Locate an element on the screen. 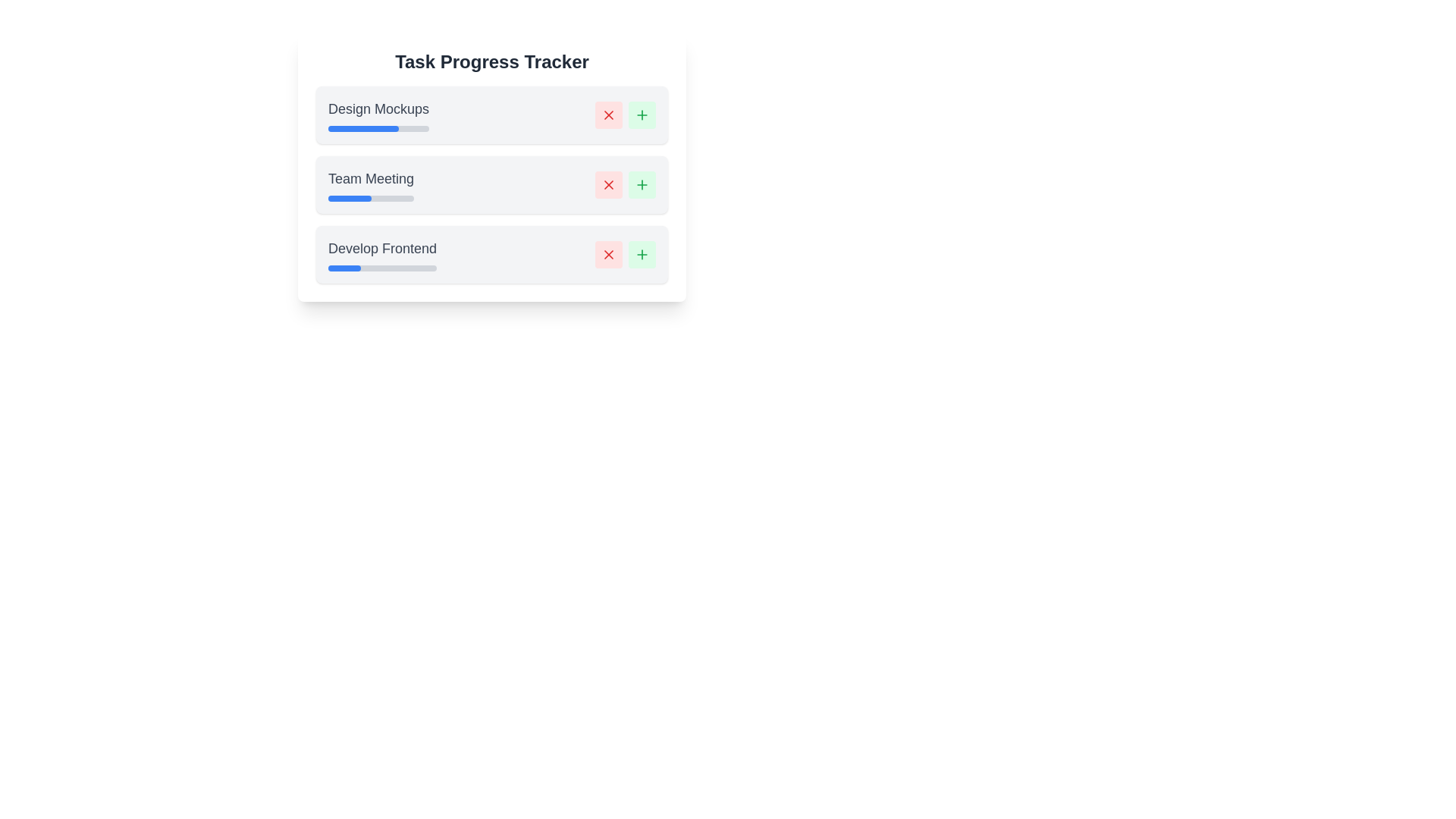  the plus button for the task Design Mockups to adjust its progress is located at coordinates (642, 114).